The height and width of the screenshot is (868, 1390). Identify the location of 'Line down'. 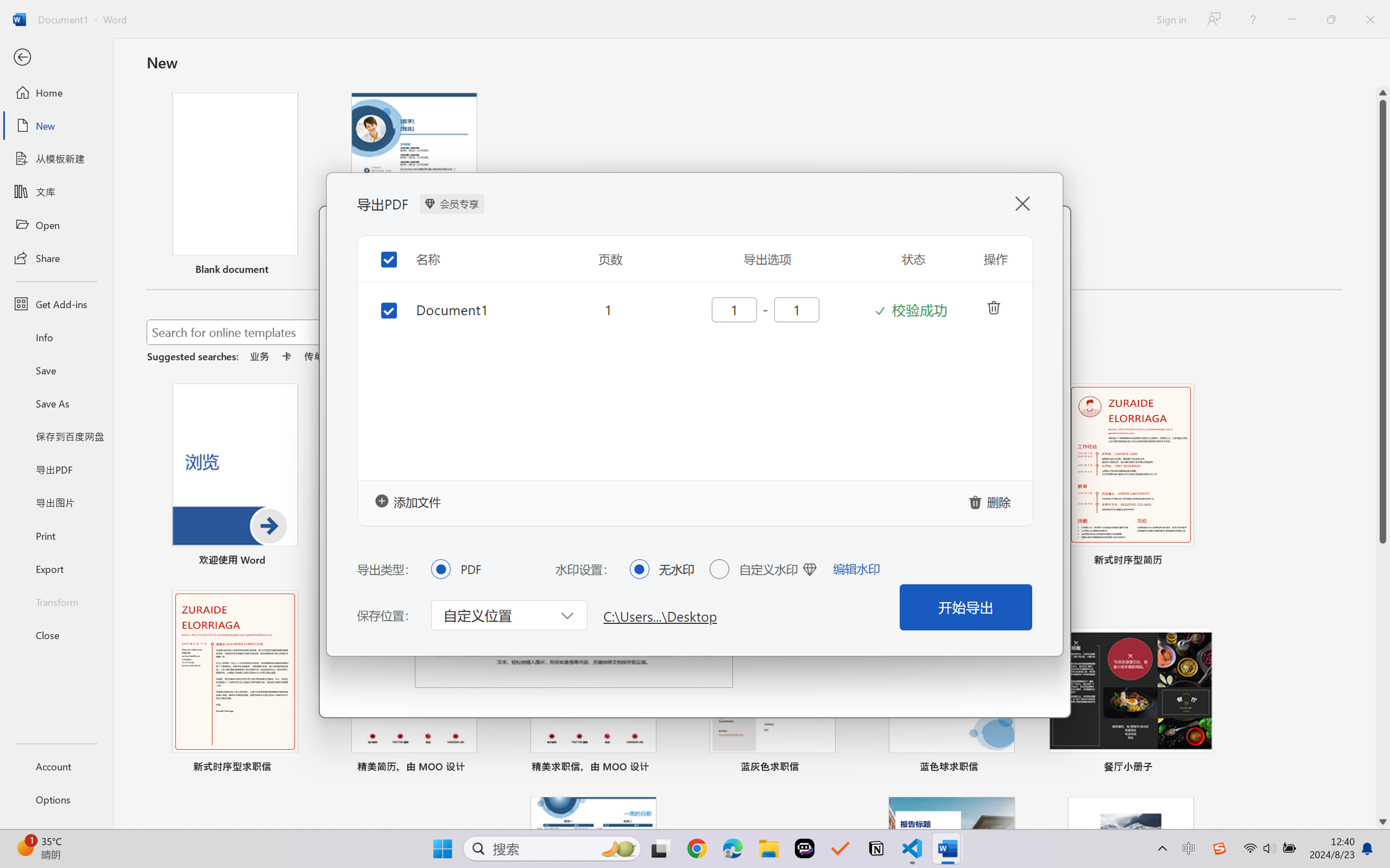
(1383, 822).